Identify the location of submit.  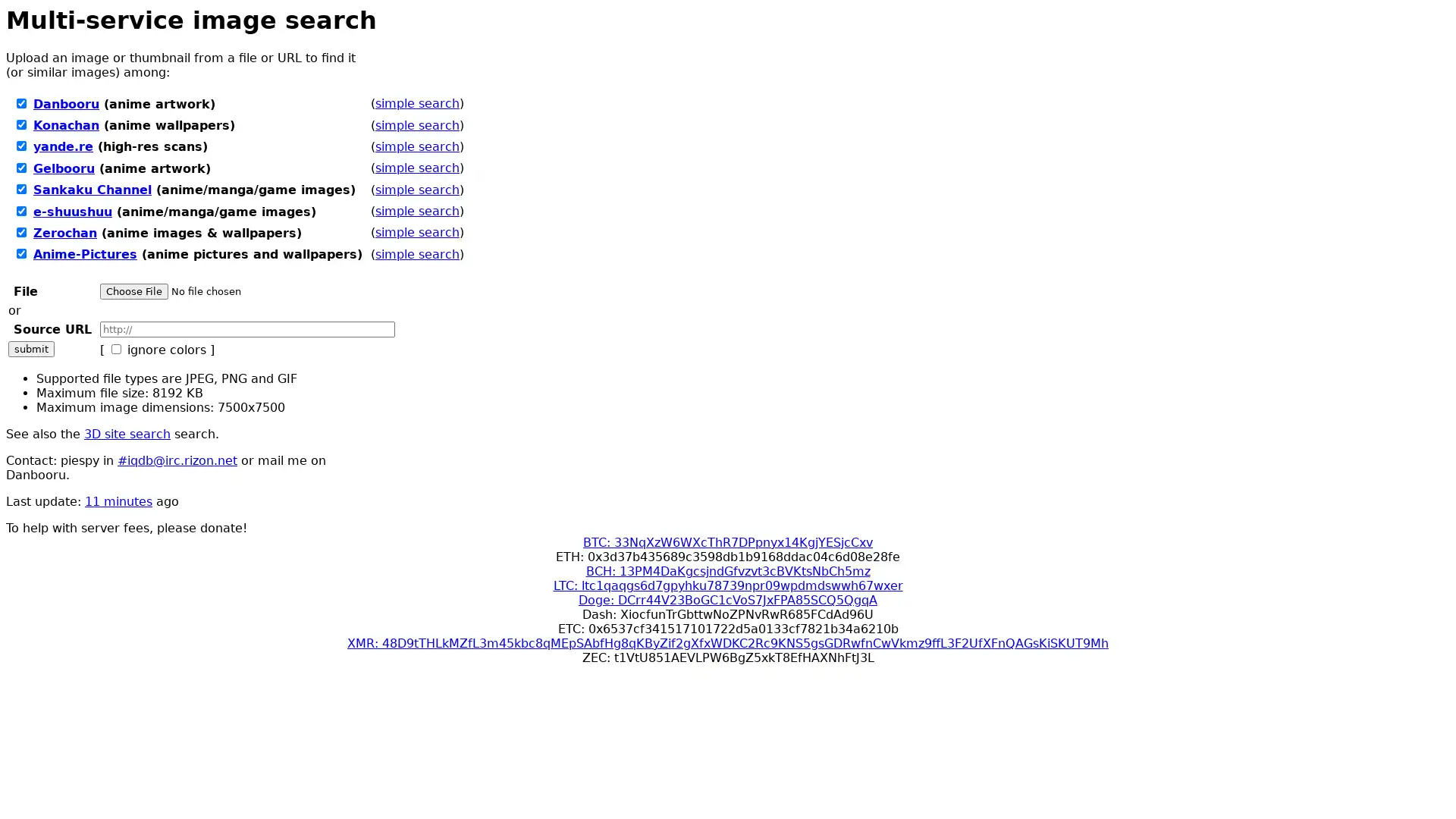
(31, 349).